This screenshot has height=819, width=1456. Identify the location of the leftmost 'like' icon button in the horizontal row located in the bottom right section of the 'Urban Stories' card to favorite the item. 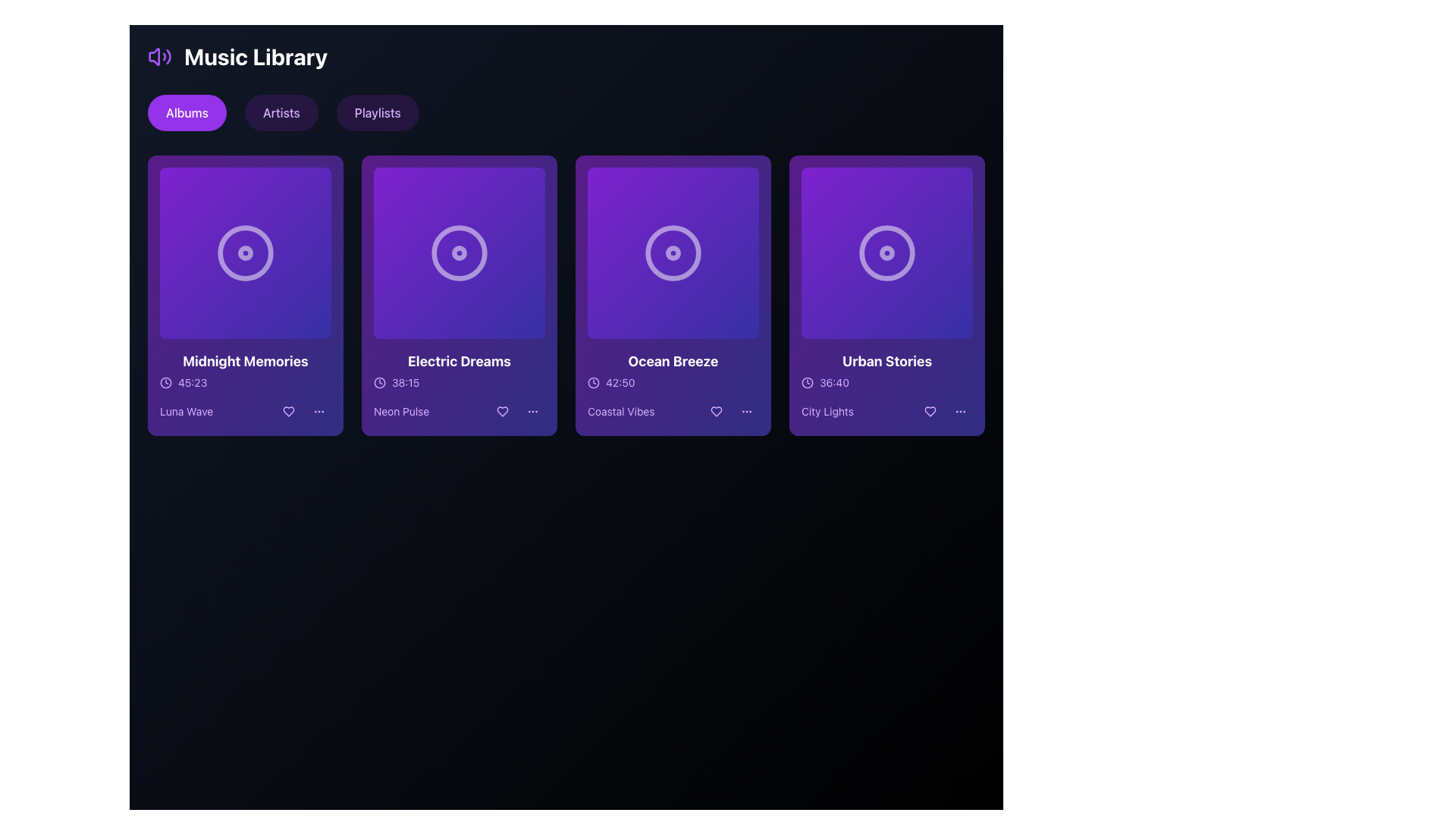
(930, 412).